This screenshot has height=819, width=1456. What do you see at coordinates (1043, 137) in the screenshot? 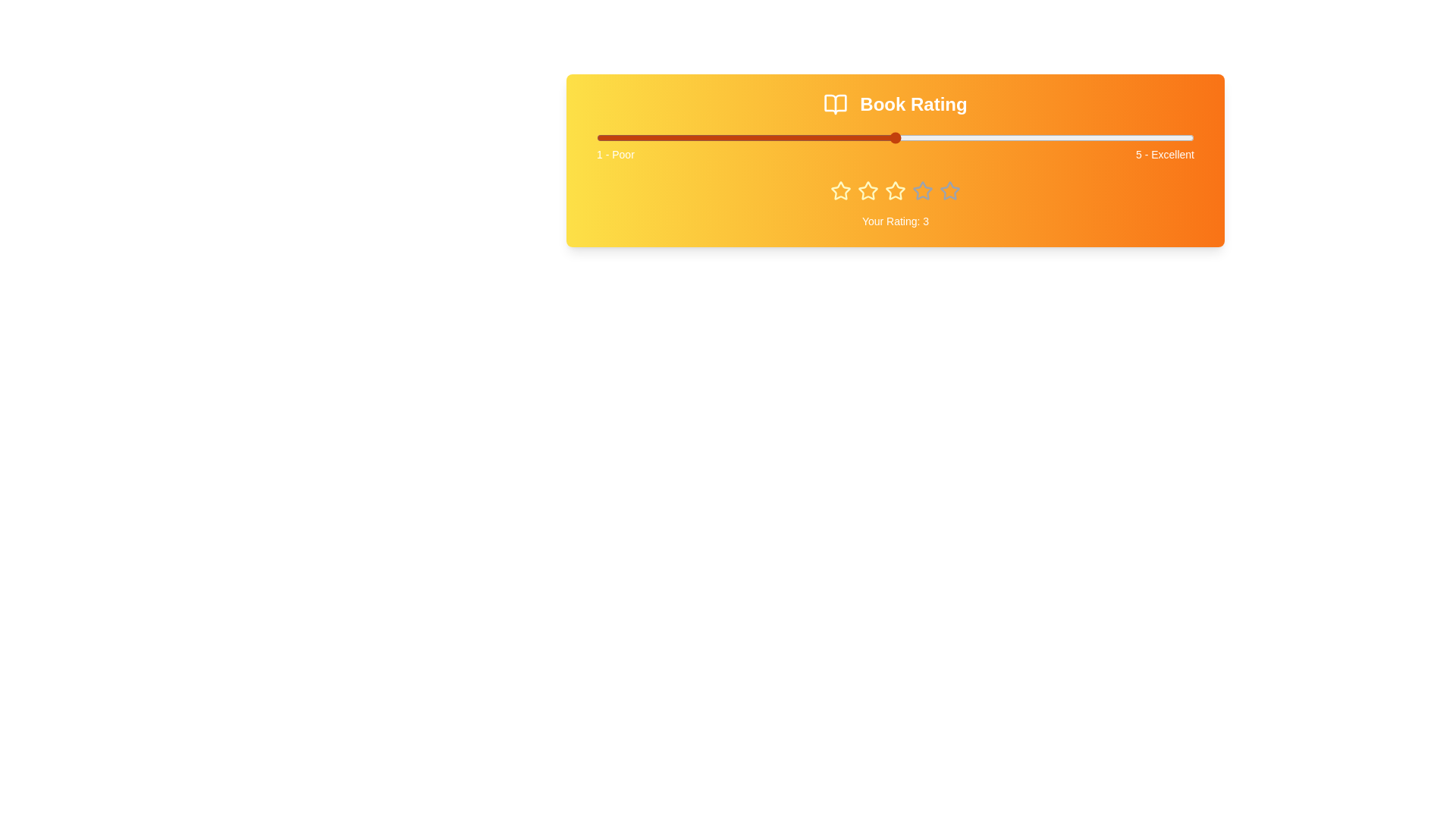
I see `the book rating slider` at bounding box center [1043, 137].